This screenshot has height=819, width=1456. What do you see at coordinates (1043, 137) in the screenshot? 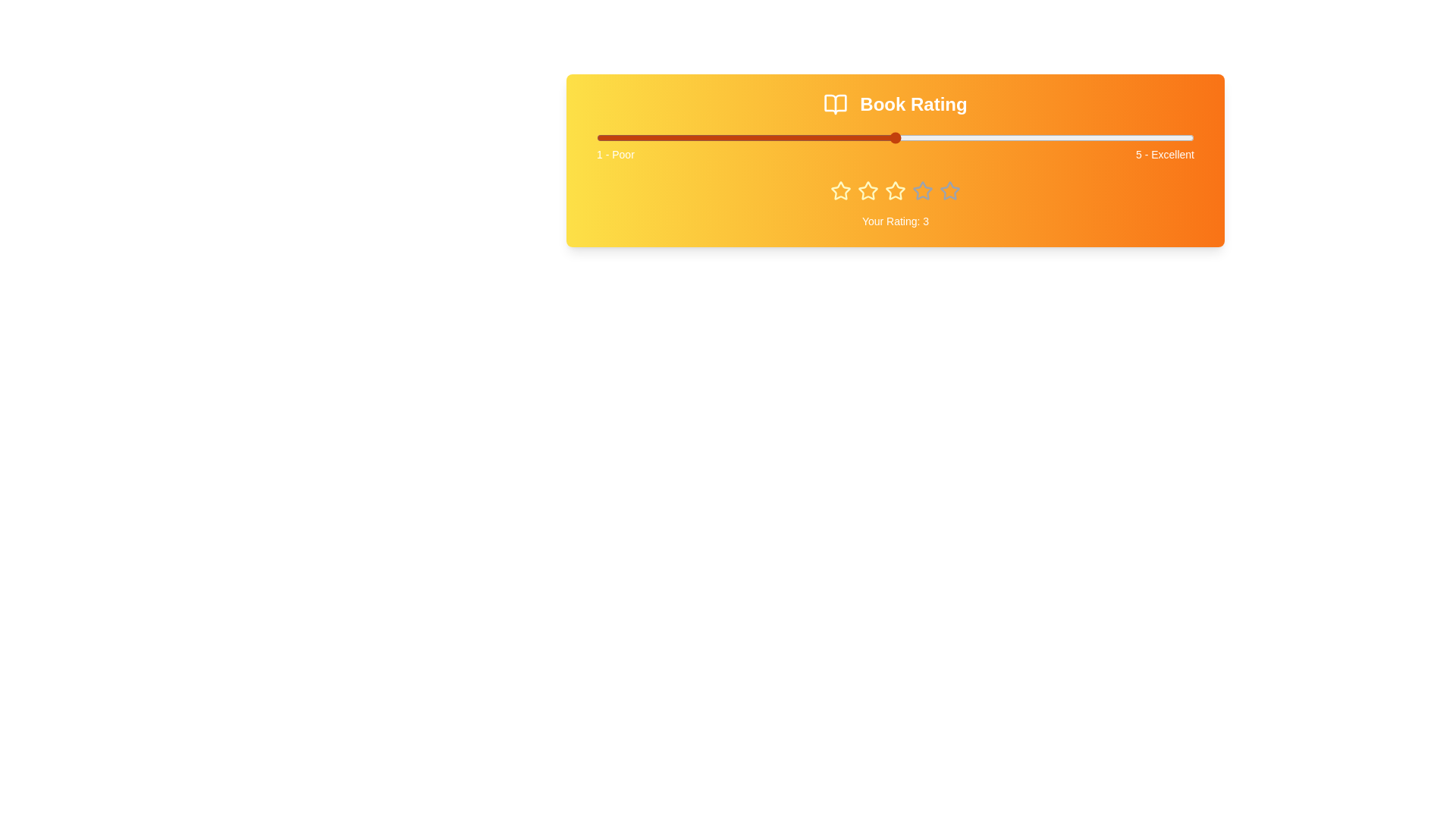
I see `the book rating slider` at bounding box center [1043, 137].